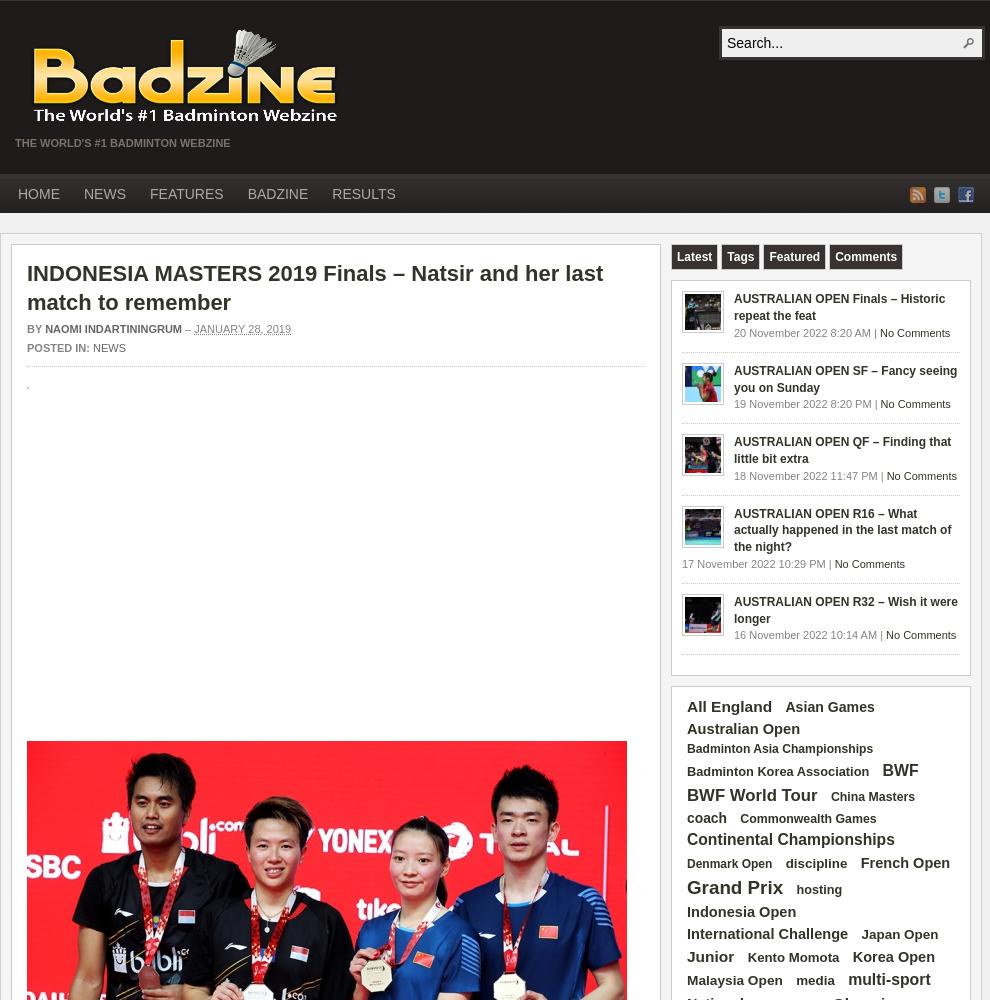 The image size is (990, 1000). What do you see at coordinates (838, 307) in the screenshot?
I see `'AUSTRALIAN OPEN Finals – Historic repeat the feat'` at bounding box center [838, 307].